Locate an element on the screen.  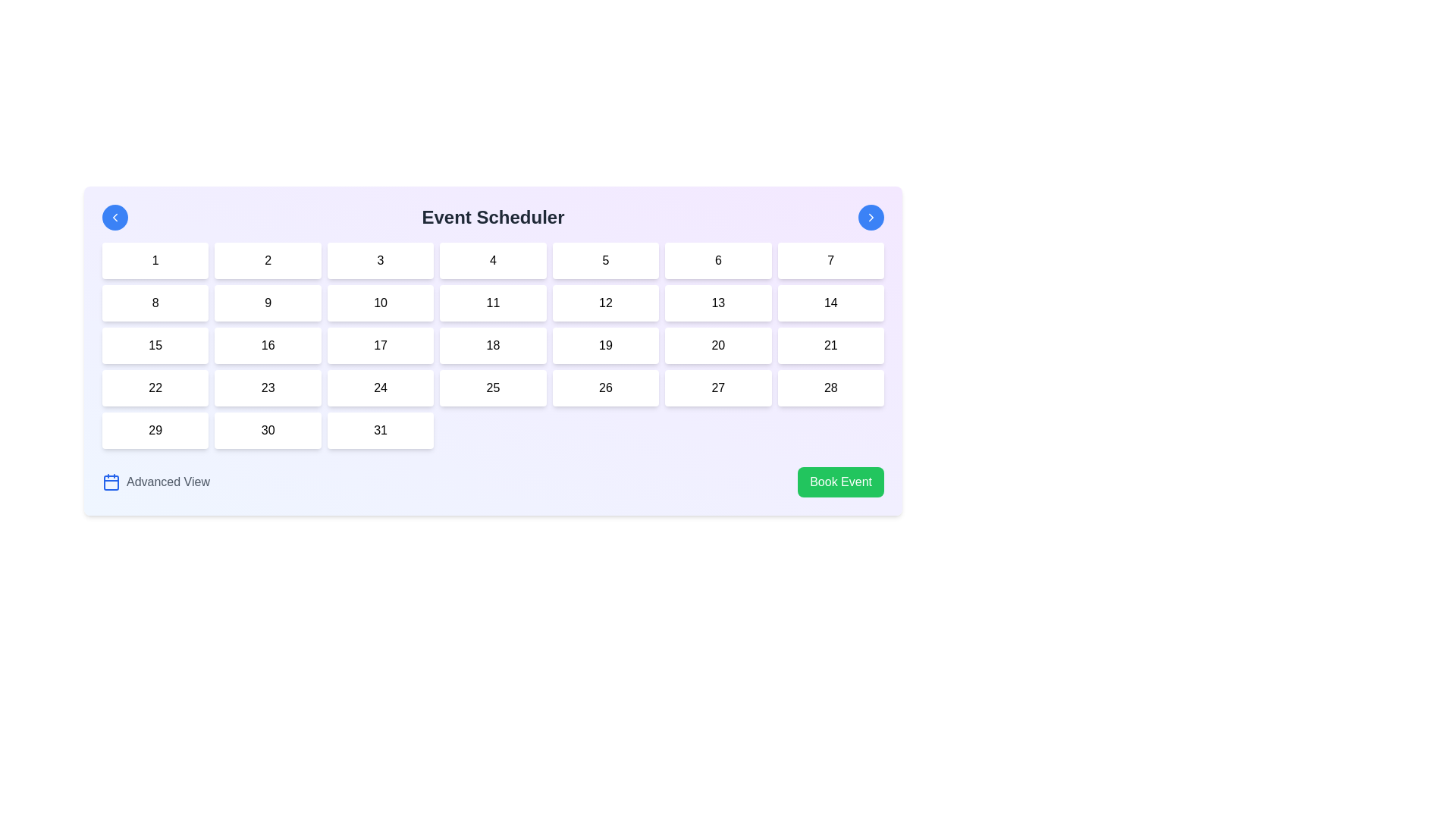
the square button with a white background and the text '28' in bold black font, located in the last row and seventh column of the grid under the 'Event Scheduler' title is located at coordinates (830, 388).